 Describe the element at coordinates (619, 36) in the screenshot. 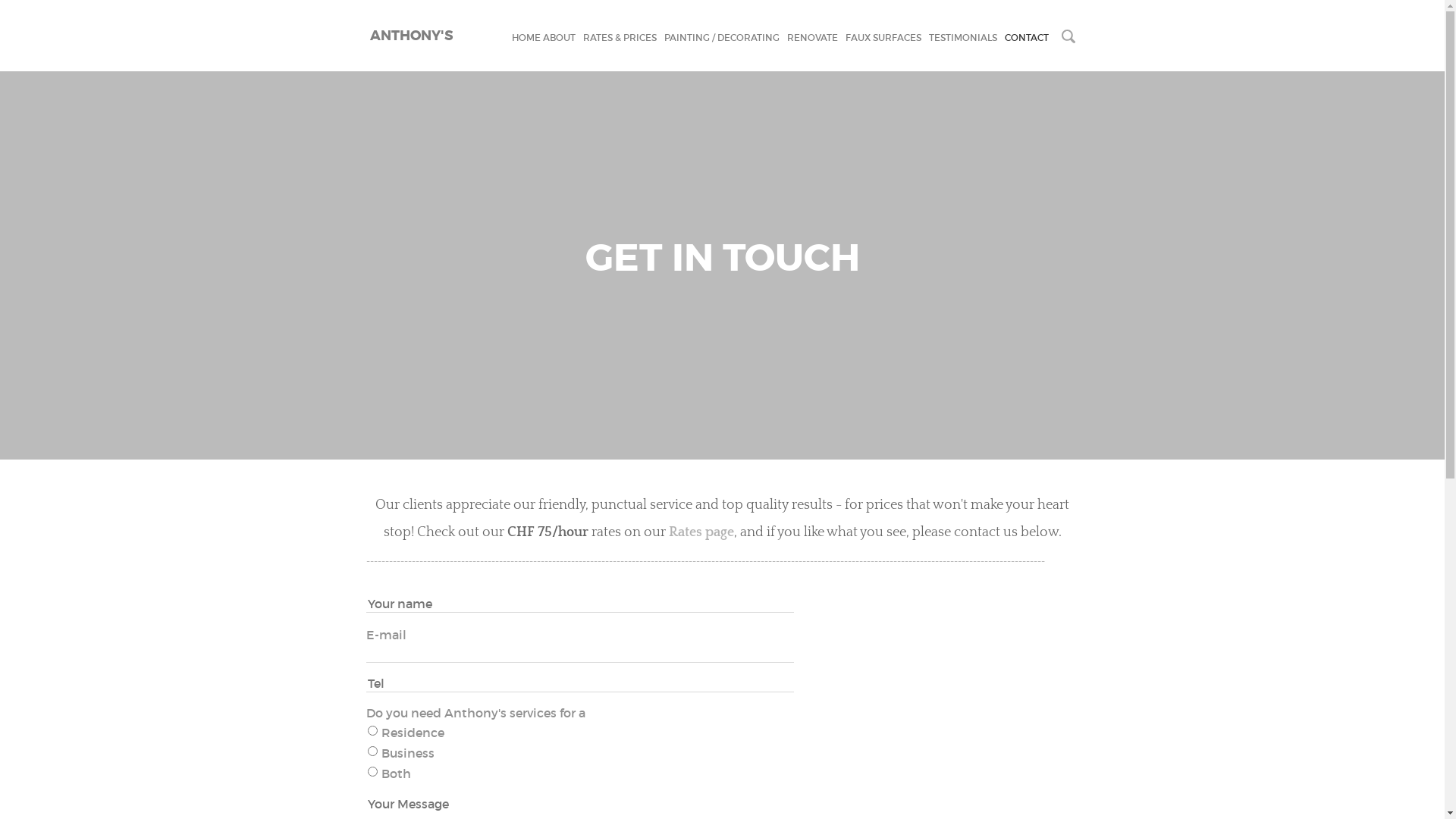

I see `'RATES & PRICES'` at that location.